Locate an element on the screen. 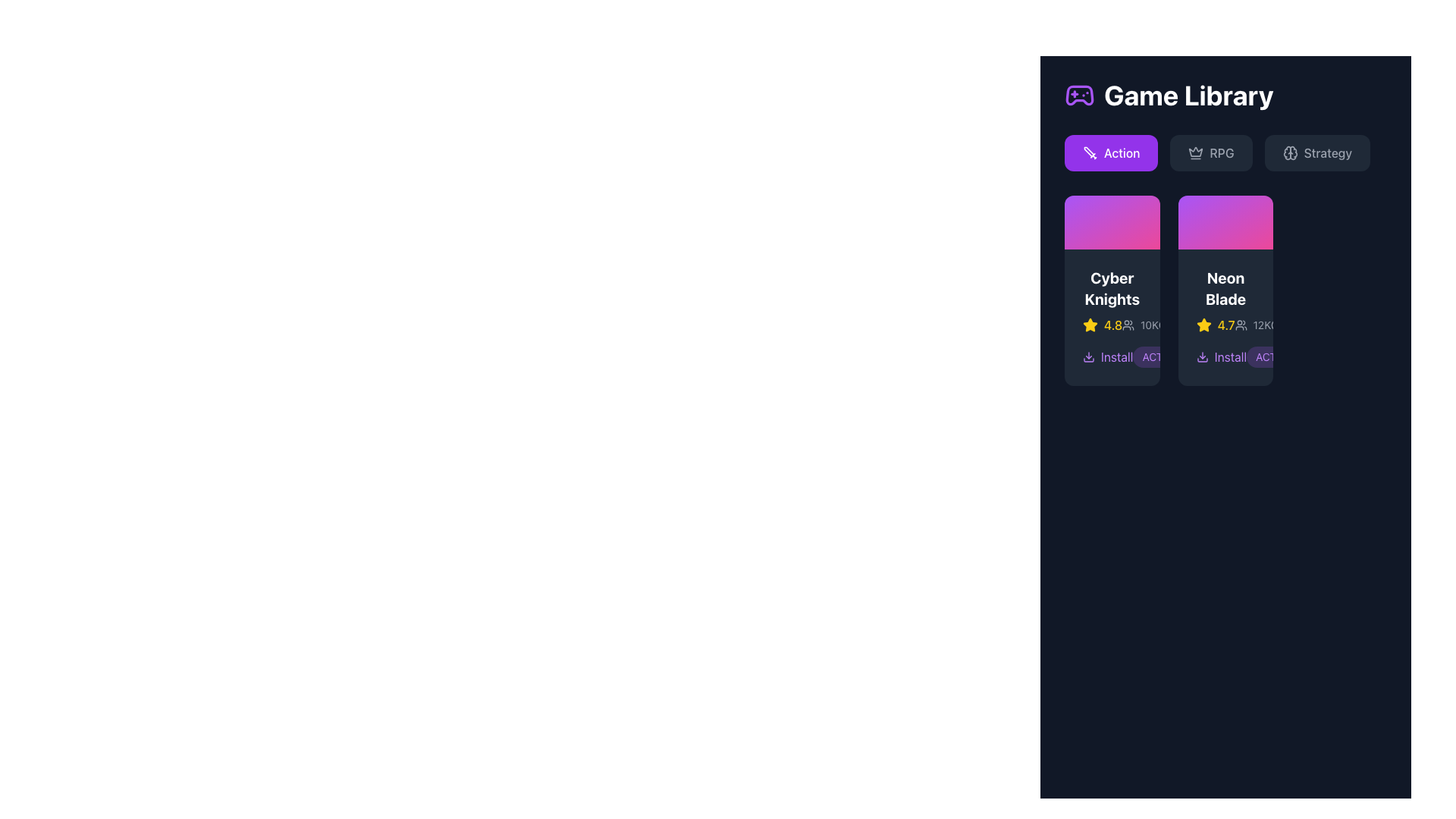  the third button in the horizontal row of category buttons is located at coordinates (1316, 152).